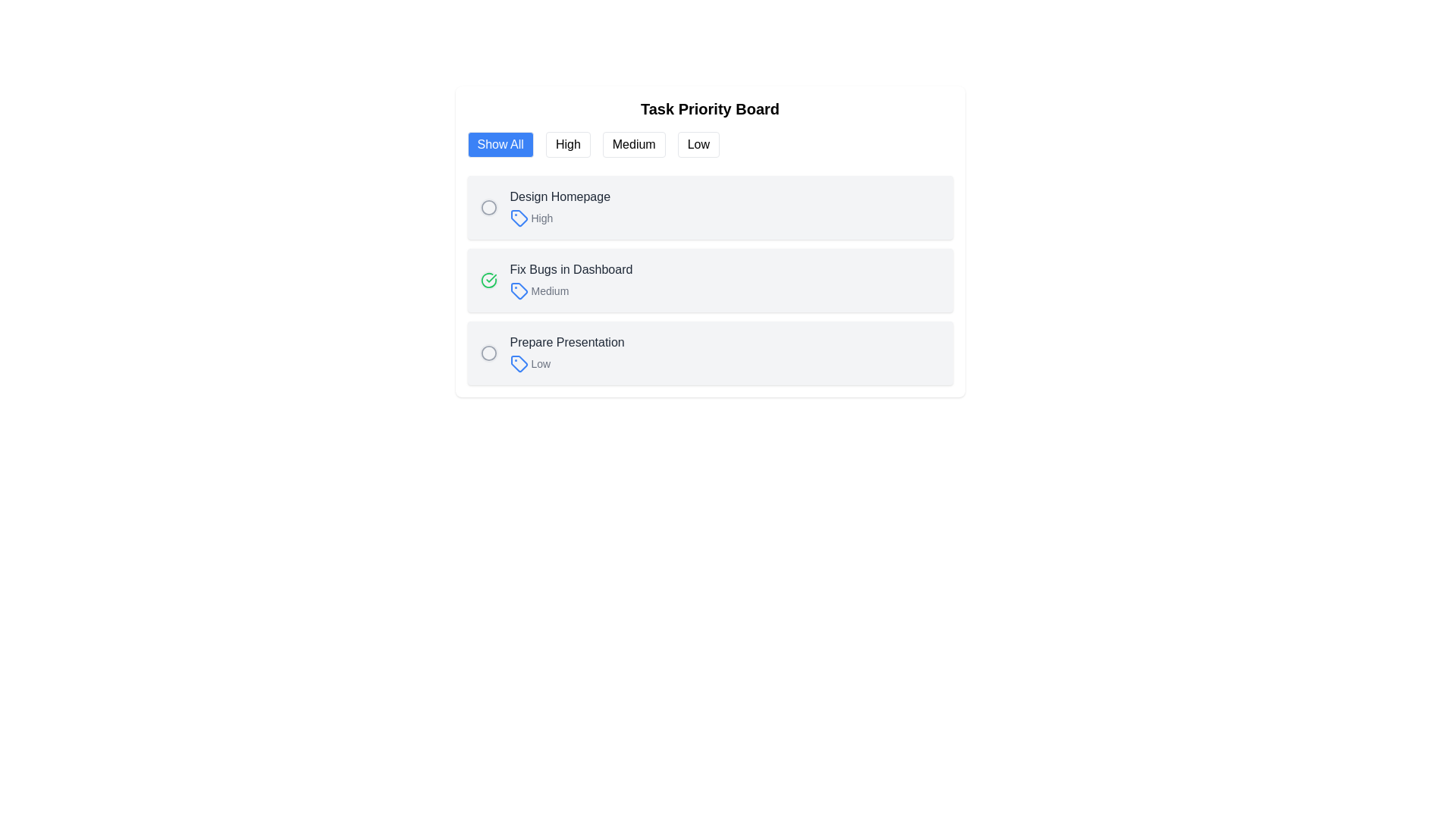 This screenshot has width=1456, height=819. Describe the element at coordinates (551, 353) in the screenshot. I see `the third task entry in the 'Task Priority Board' that has a light gray background and rounded corners, below 'Fix Bugs in Dashboard'` at that location.